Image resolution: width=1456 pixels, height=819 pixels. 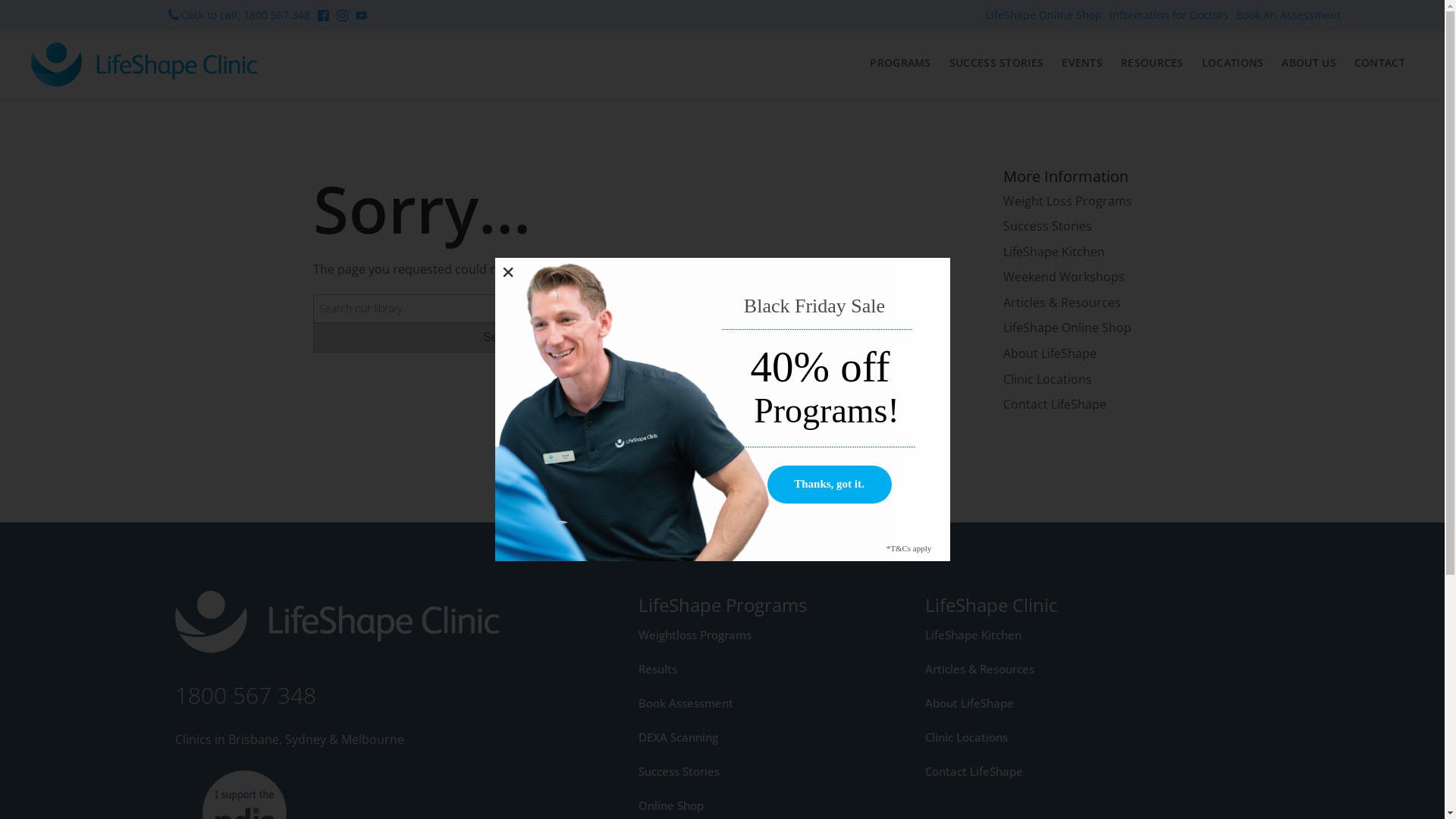 I want to click on 'Click to call: 1800 567 348', so click(x=241, y=14).